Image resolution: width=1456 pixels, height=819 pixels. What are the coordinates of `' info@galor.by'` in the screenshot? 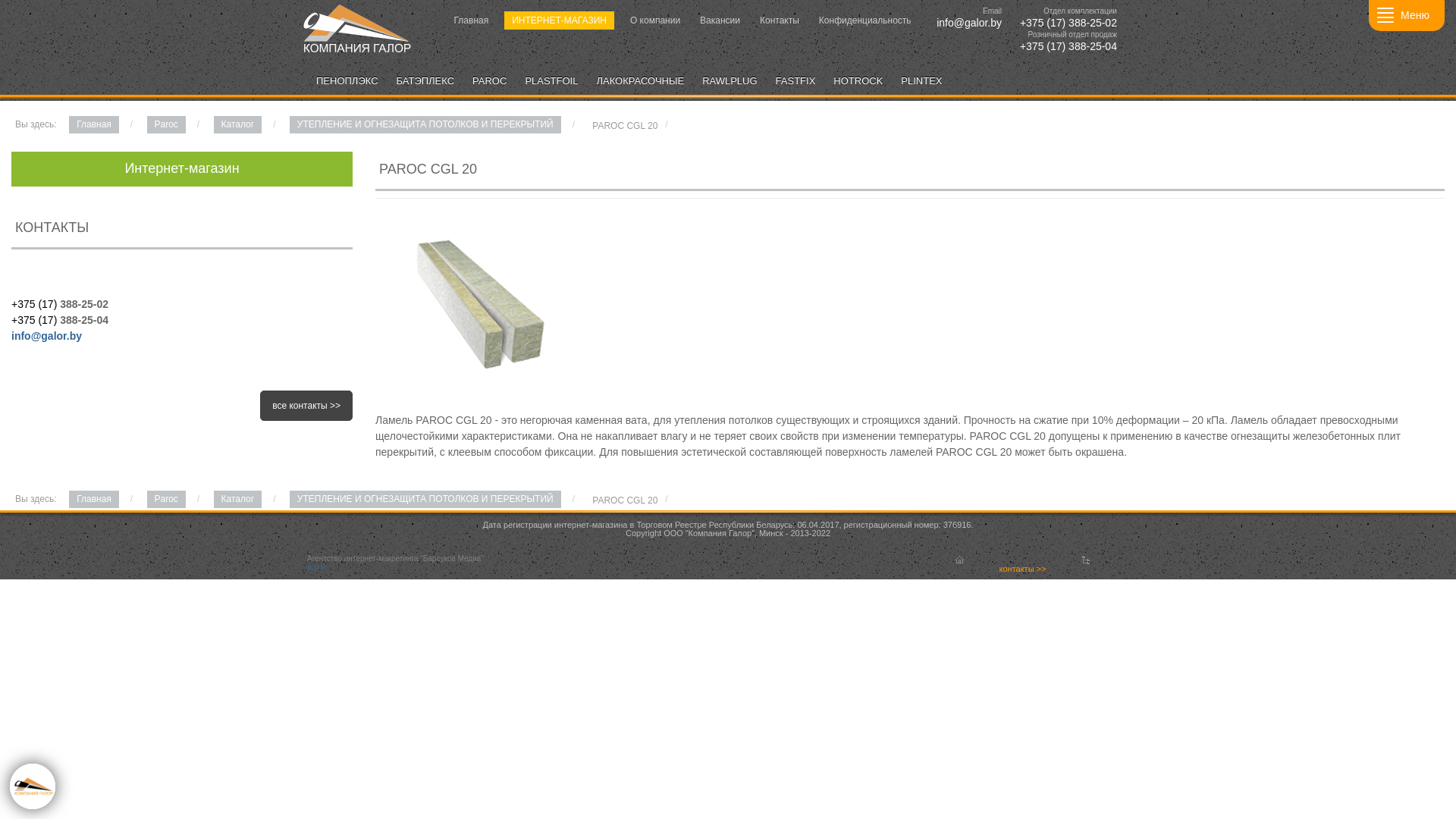 It's located at (967, 23).